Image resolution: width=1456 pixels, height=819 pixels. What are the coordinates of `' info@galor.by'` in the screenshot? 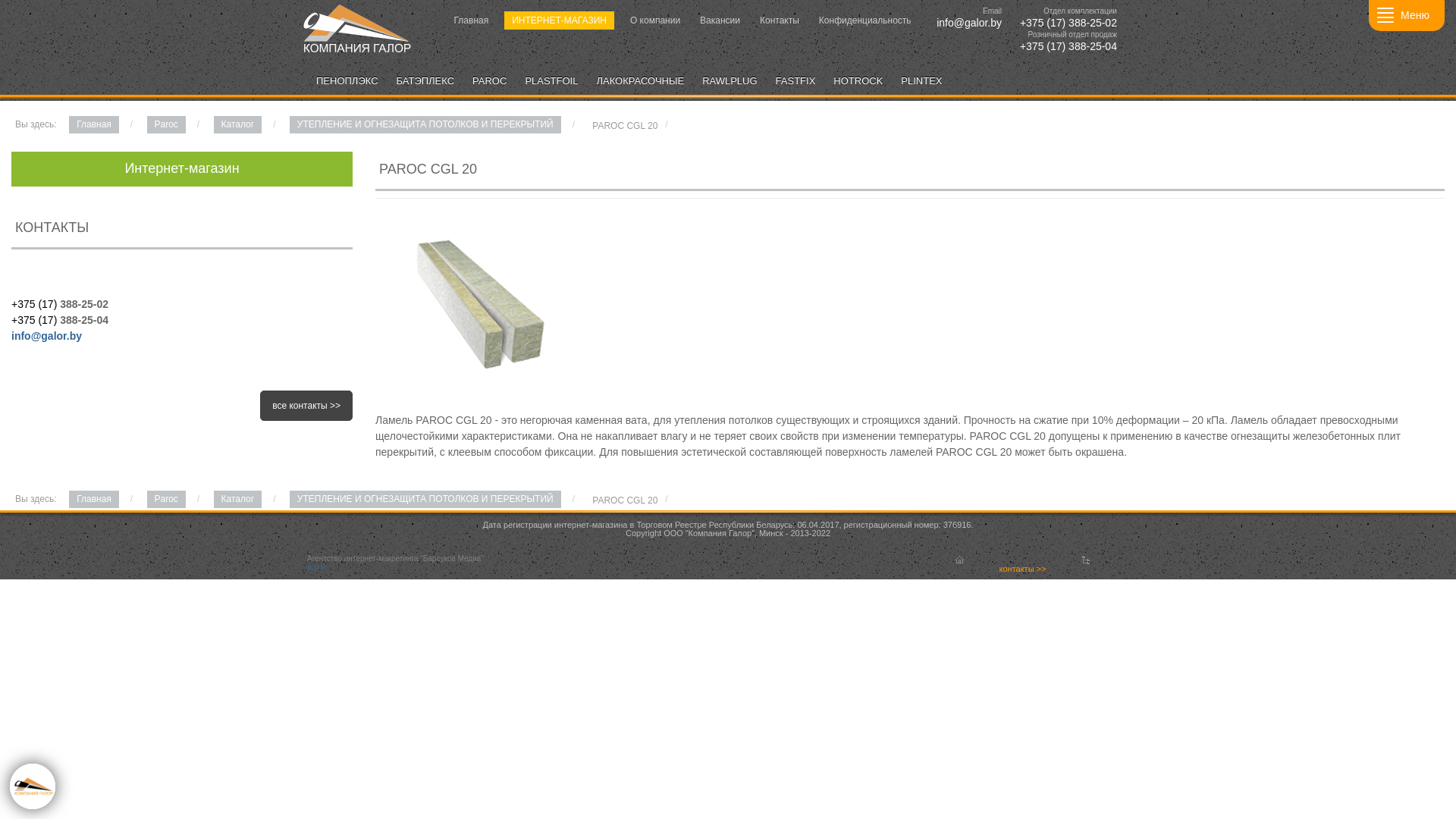 It's located at (967, 23).